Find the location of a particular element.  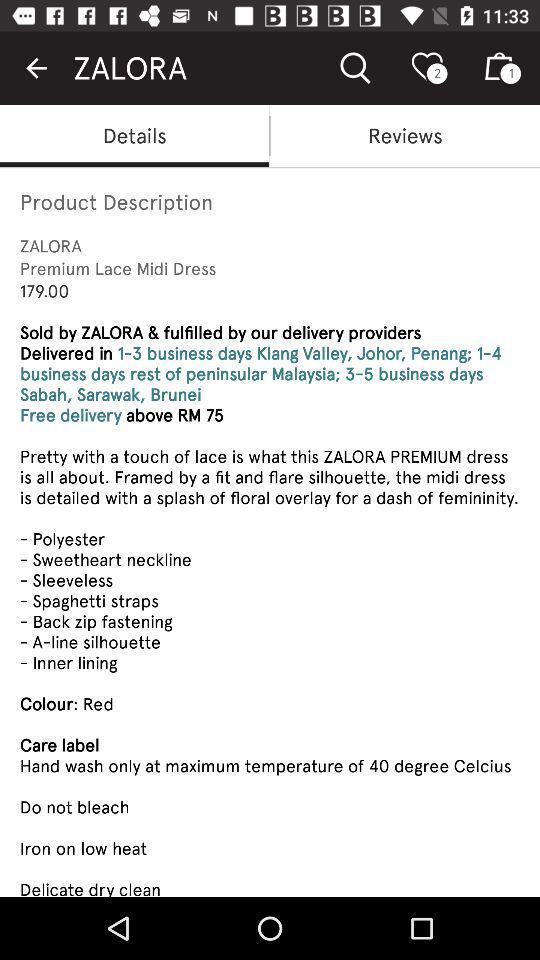

reviews is located at coordinates (405, 134).